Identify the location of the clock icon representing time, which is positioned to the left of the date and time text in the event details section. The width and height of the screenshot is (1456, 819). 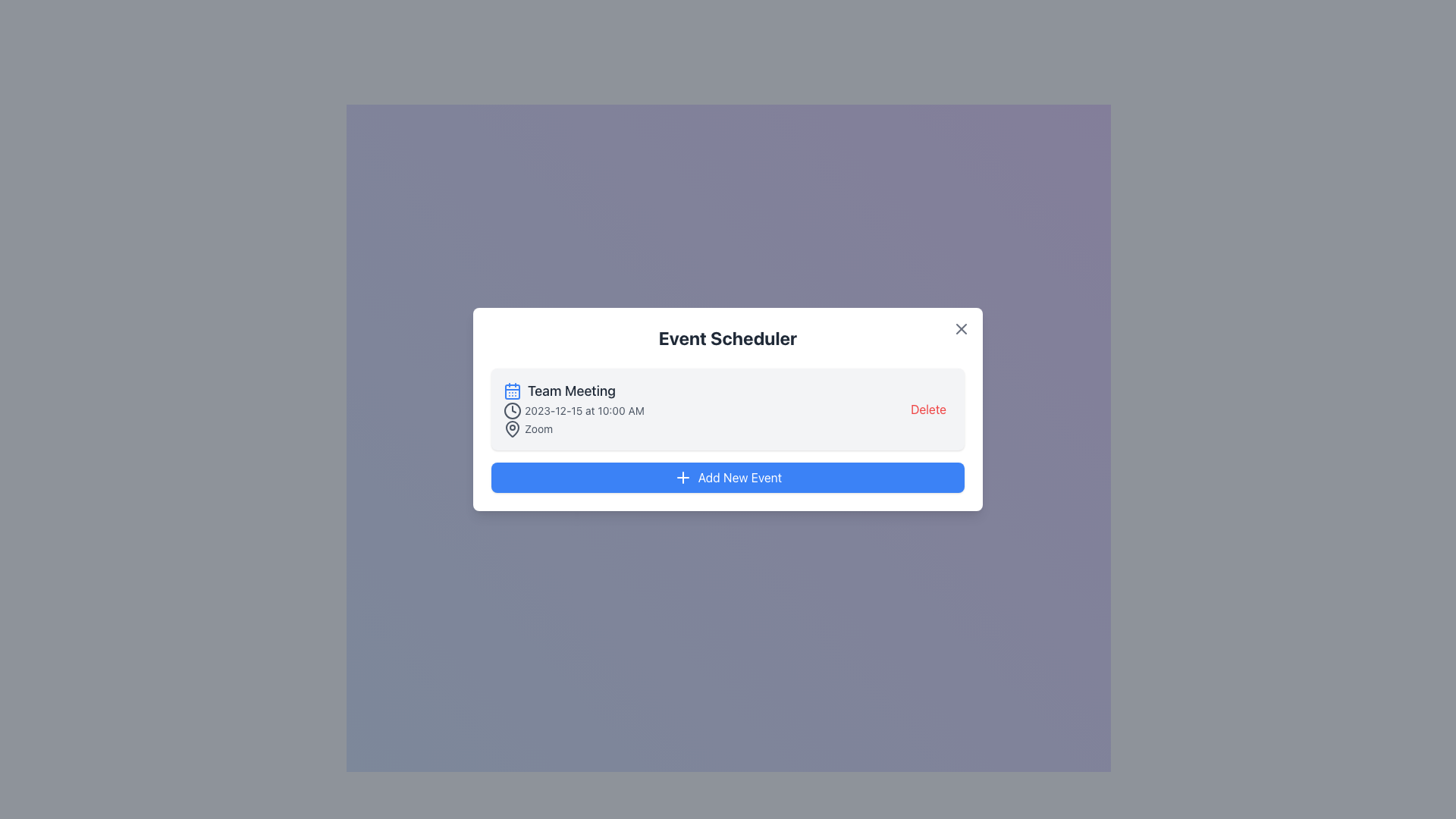
(513, 411).